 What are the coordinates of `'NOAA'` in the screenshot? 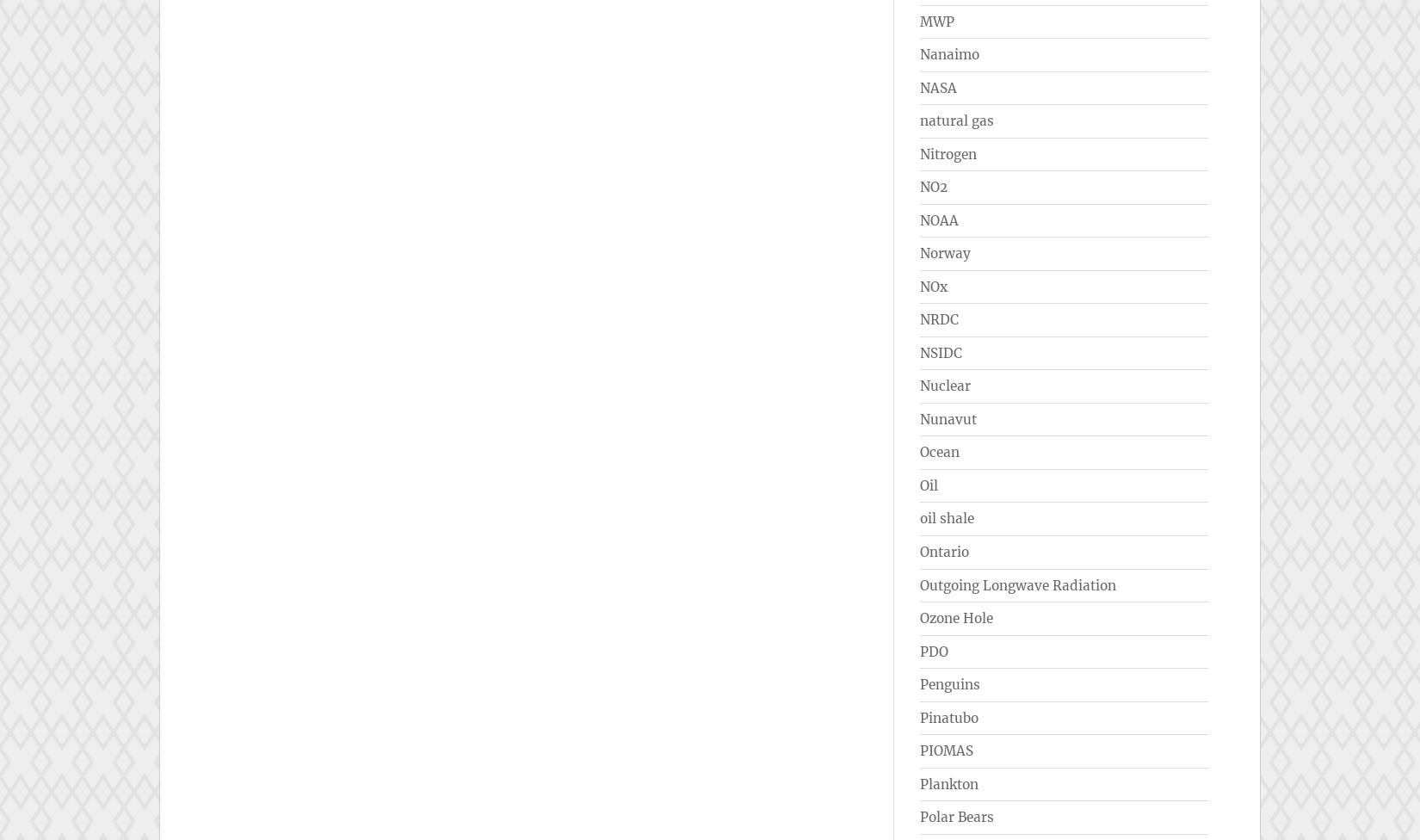 It's located at (939, 219).